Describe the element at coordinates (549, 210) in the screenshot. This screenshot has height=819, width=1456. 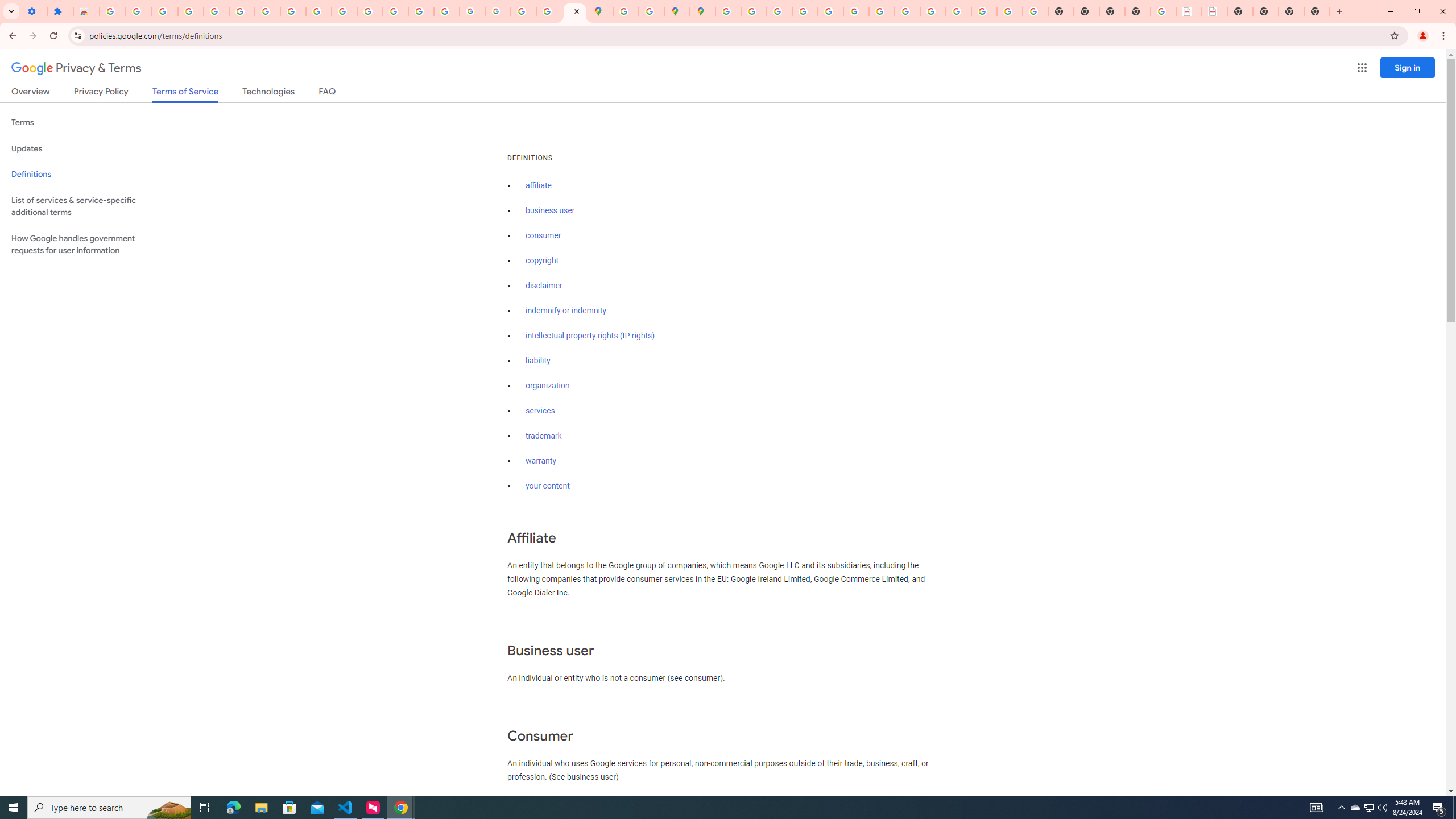
I see `'business user'` at that location.